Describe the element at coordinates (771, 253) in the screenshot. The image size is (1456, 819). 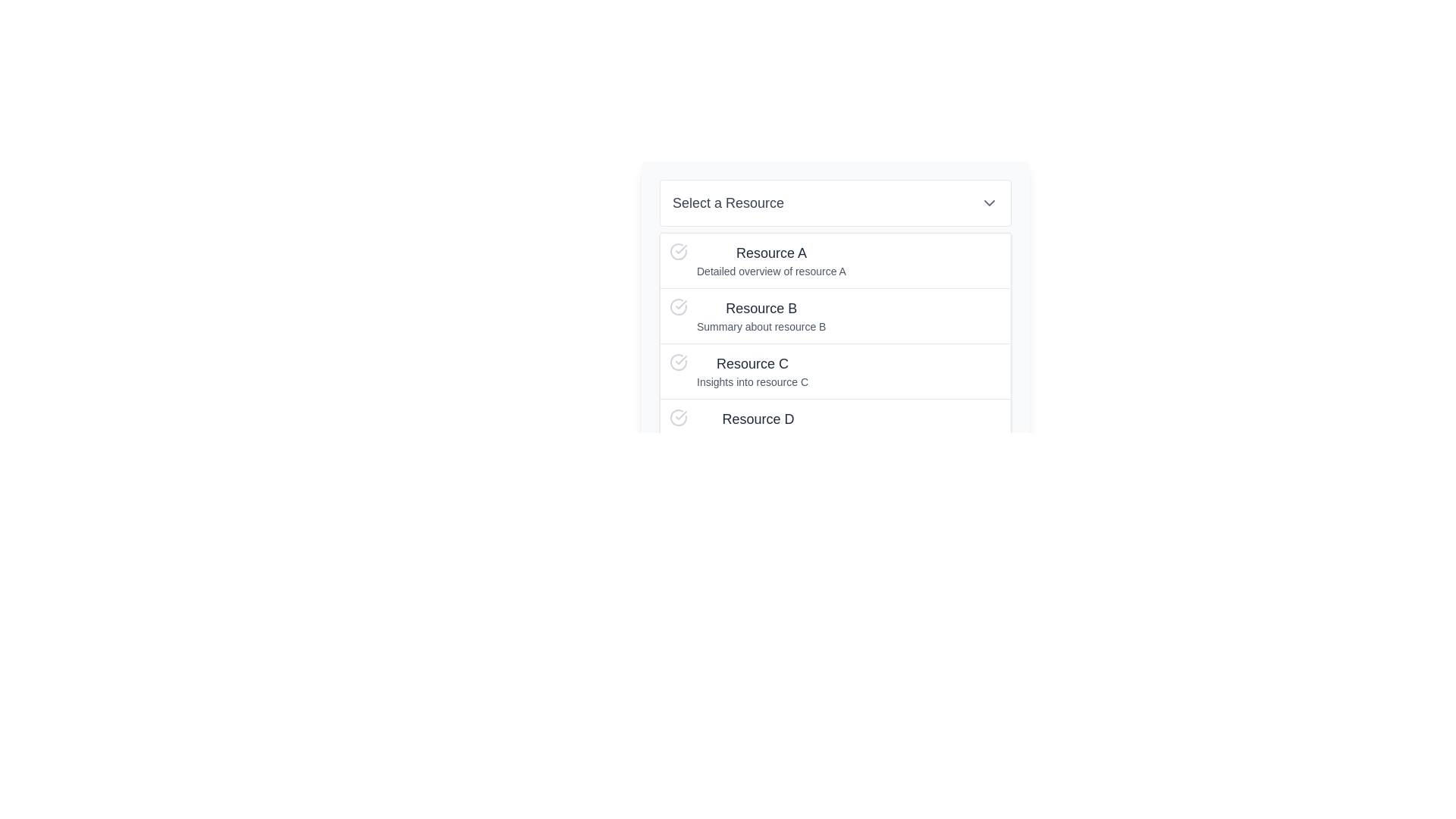
I see `the text label identifying the selectable resource named 'Resource A'` at that location.